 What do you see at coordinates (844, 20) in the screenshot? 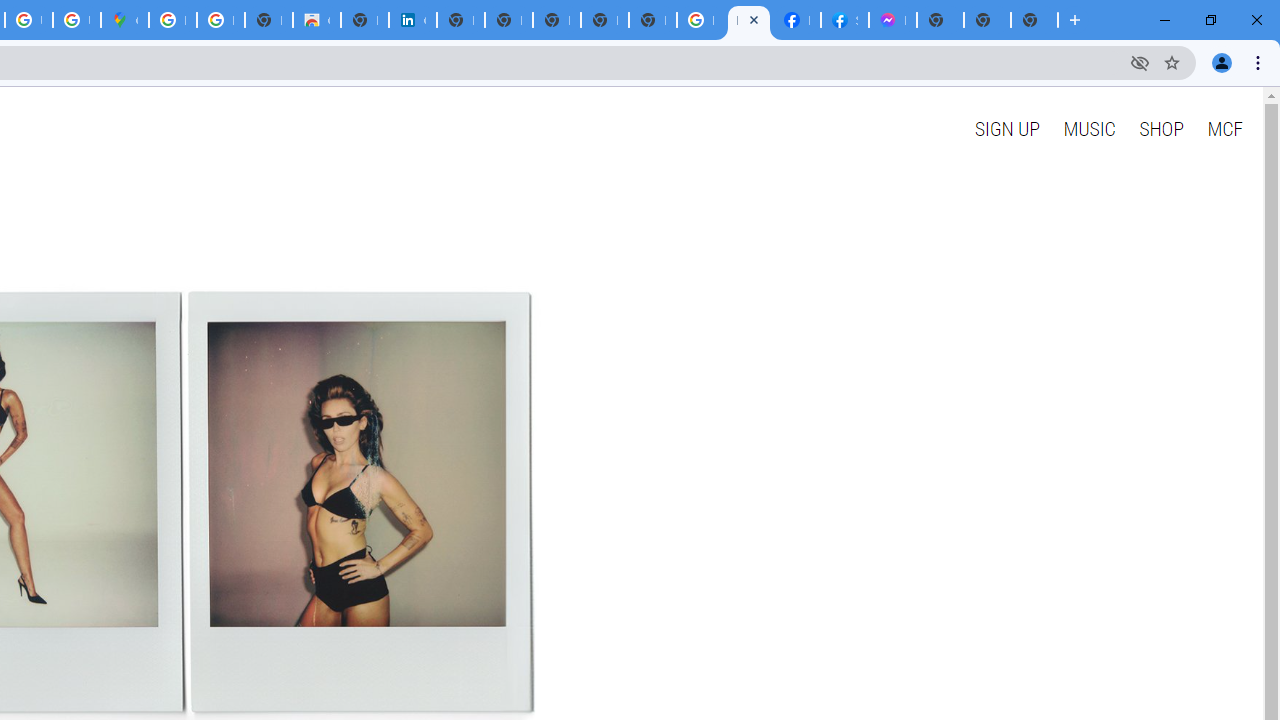
I see `'Sign Up for Facebook'` at bounding box center [844, 20].